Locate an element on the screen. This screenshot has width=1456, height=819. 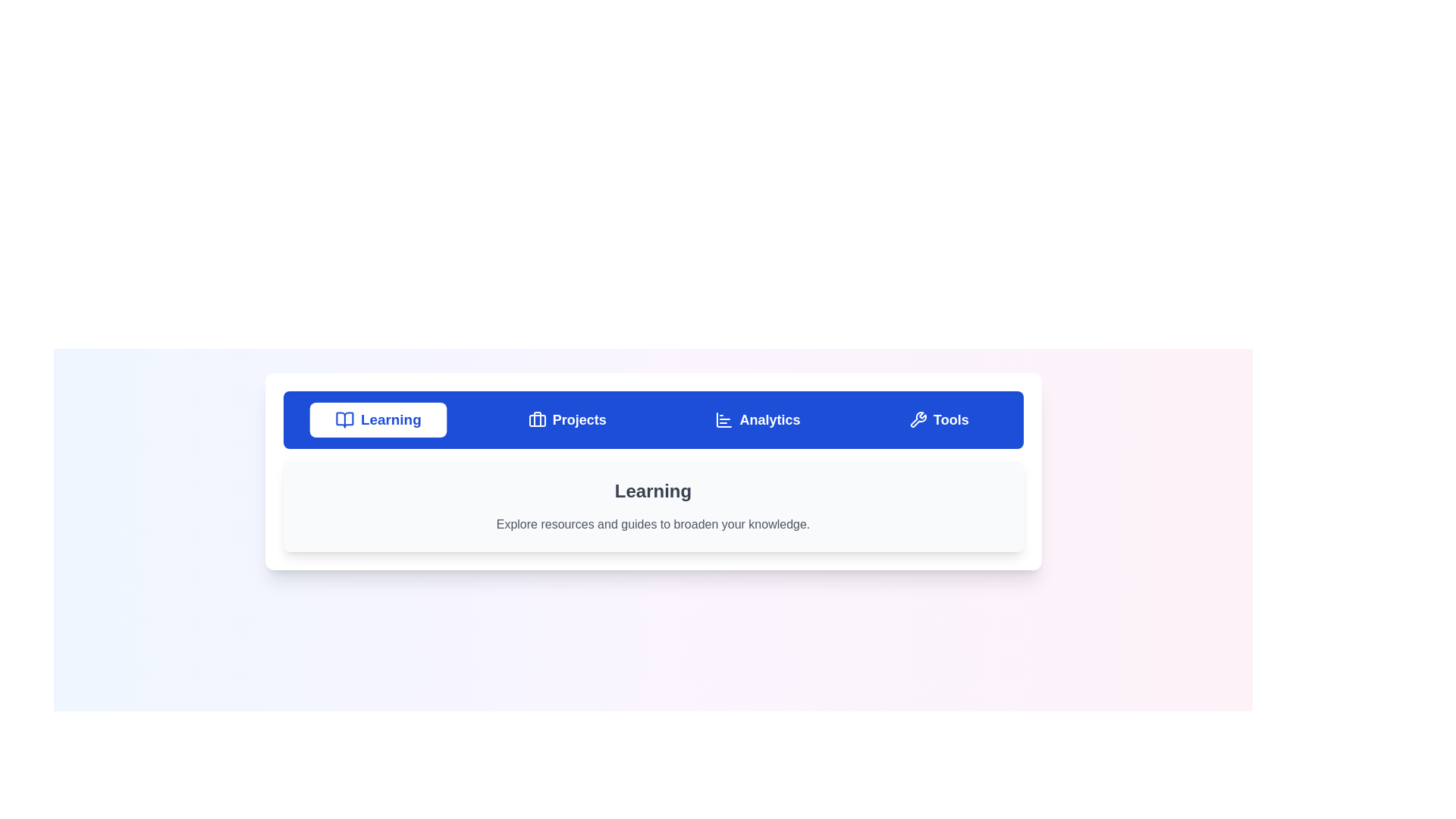
the decorative open book icon in the 'Learning' section of the menu, which is the leftmost icon among 'Projects,' 'Analytics,' and 'Tools.' is located at coordinates (344, 420).